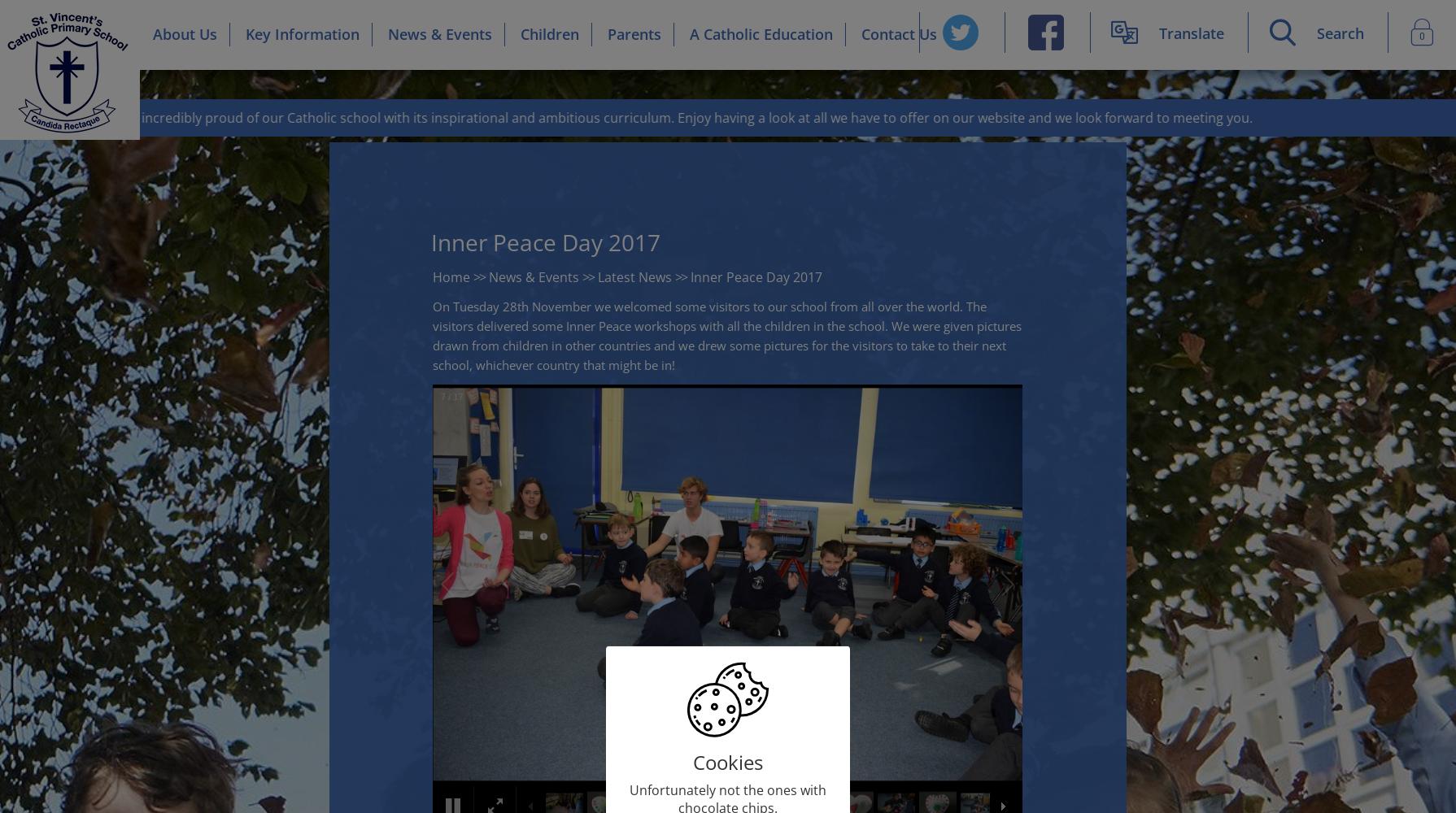 This screenshot has height=813, width=1456. I want to click on '7', so click(442, 395).